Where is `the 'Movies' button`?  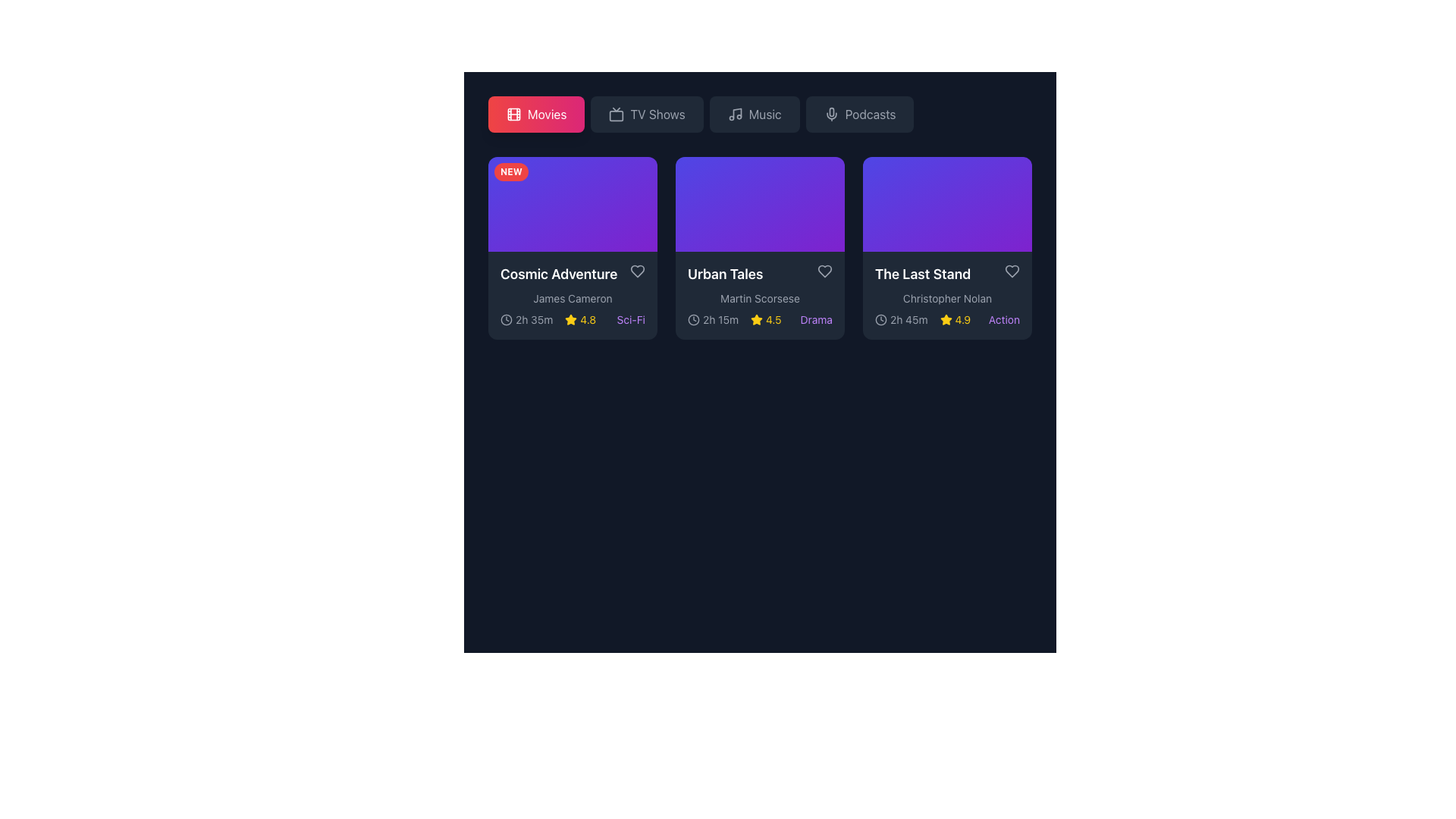 the 'Movies' button is located at coordinates (536, 113).